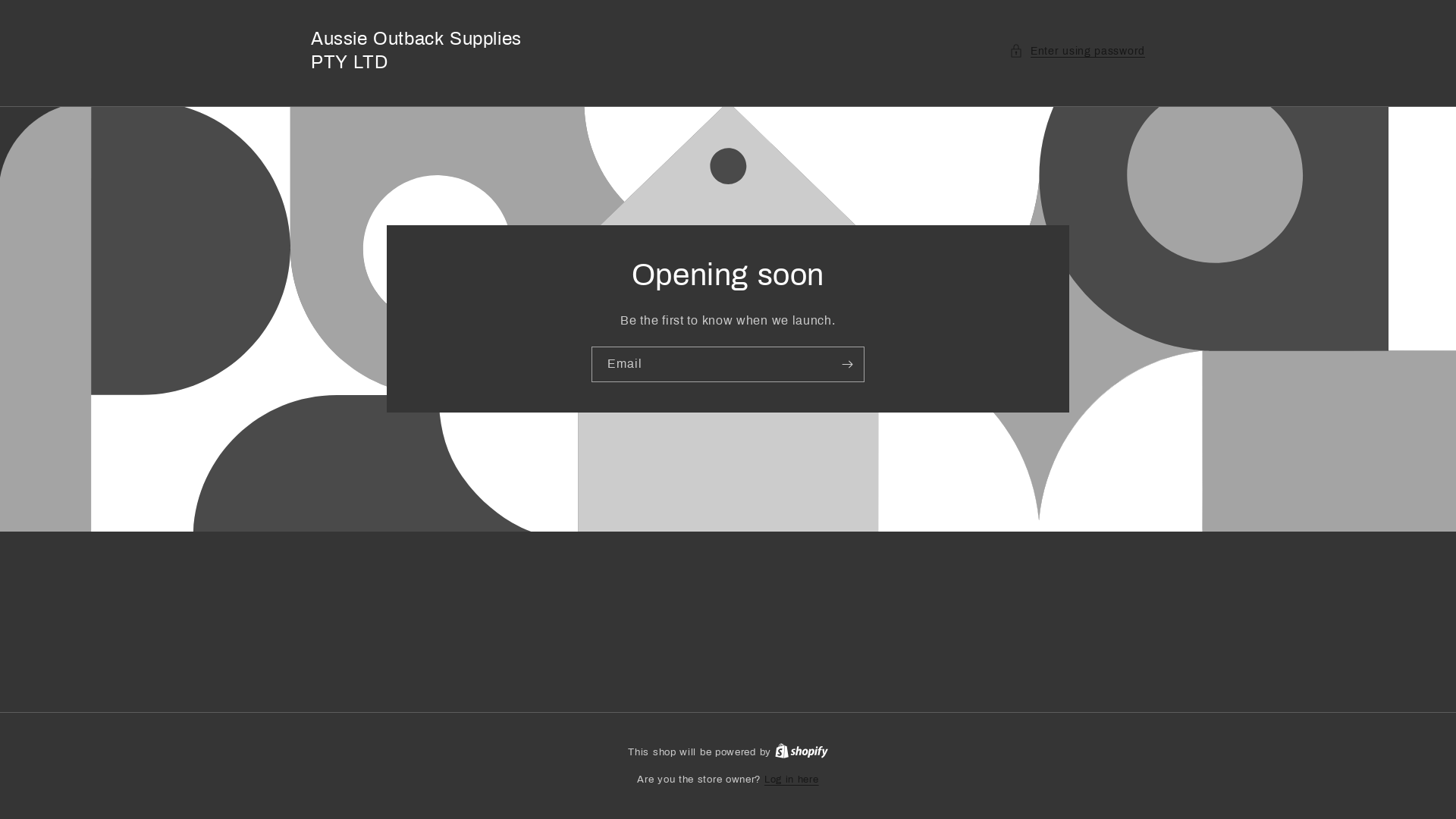 The width and height of the screenshot is (1456, 819). What do you see at coordinates (790, 780) in the screenshot?
I see `'Log in here'` at bounding box center [790, 780].